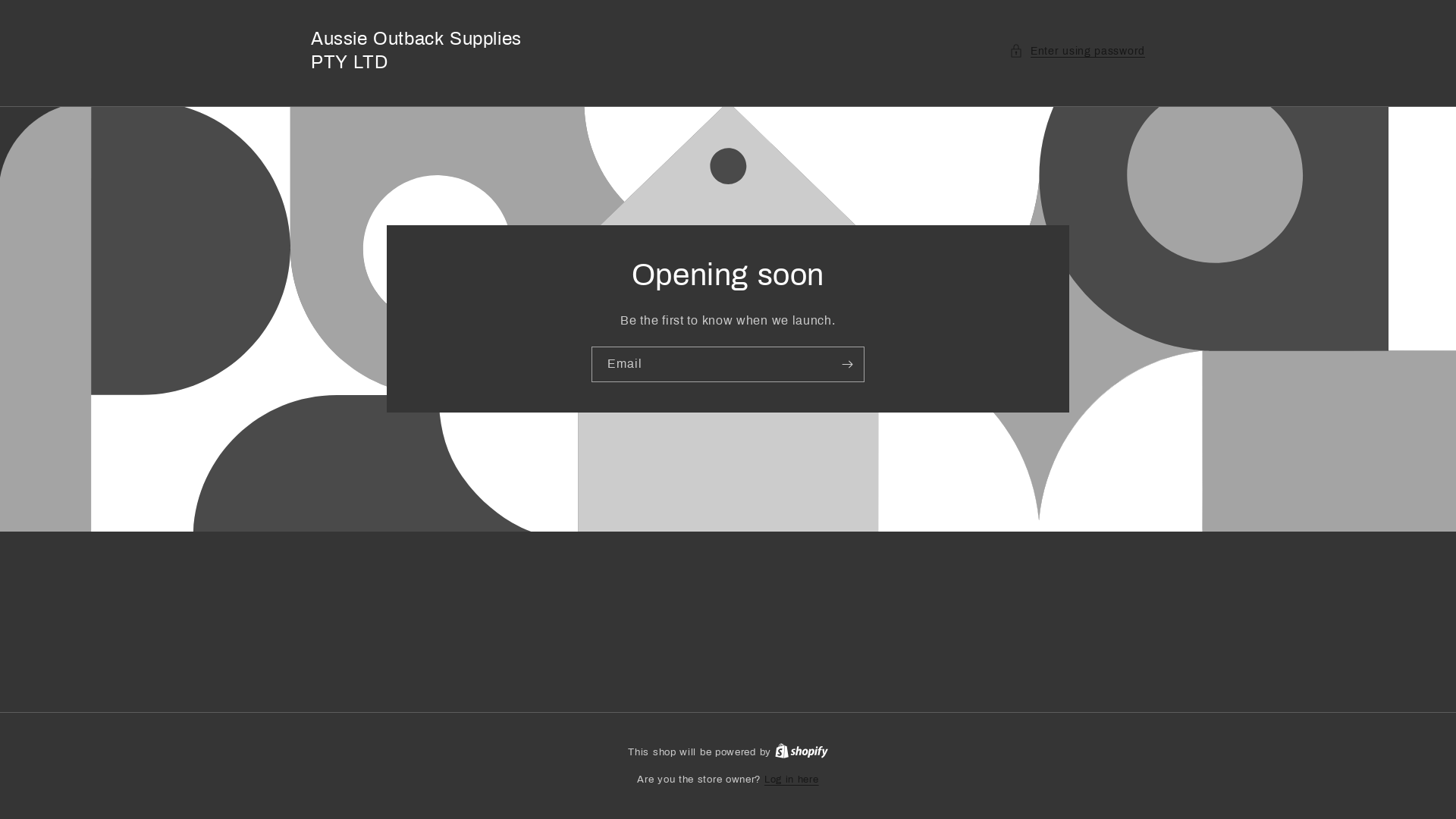 The width and height of the screenshot is (1456, 819). What do you see at coordinates (790, 780) in the screenshot?
I see `'Log in here'` at bounding box center [790, 780].